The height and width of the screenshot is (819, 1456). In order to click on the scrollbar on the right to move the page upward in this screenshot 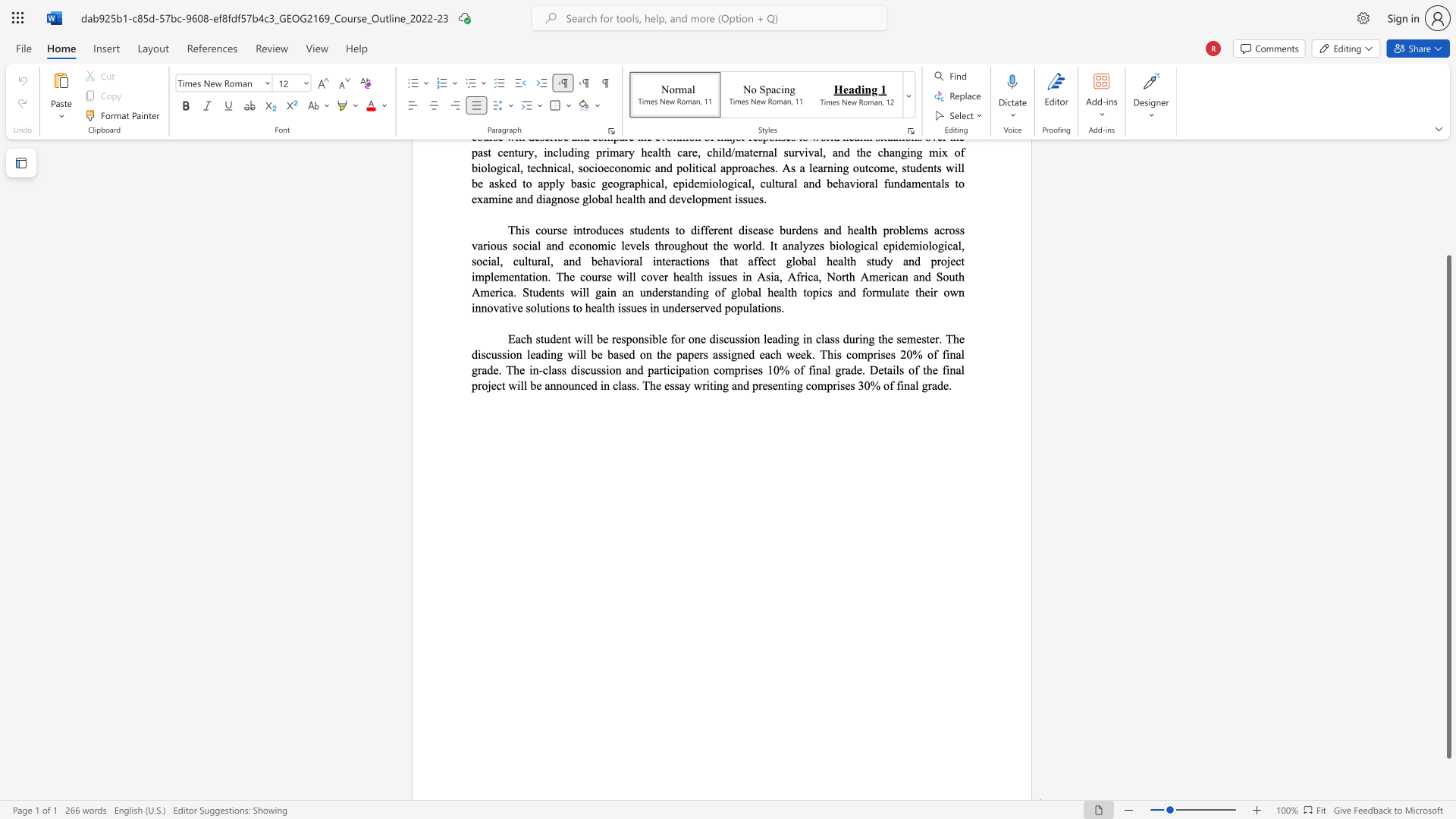, I will do `click(1448, 189)`.